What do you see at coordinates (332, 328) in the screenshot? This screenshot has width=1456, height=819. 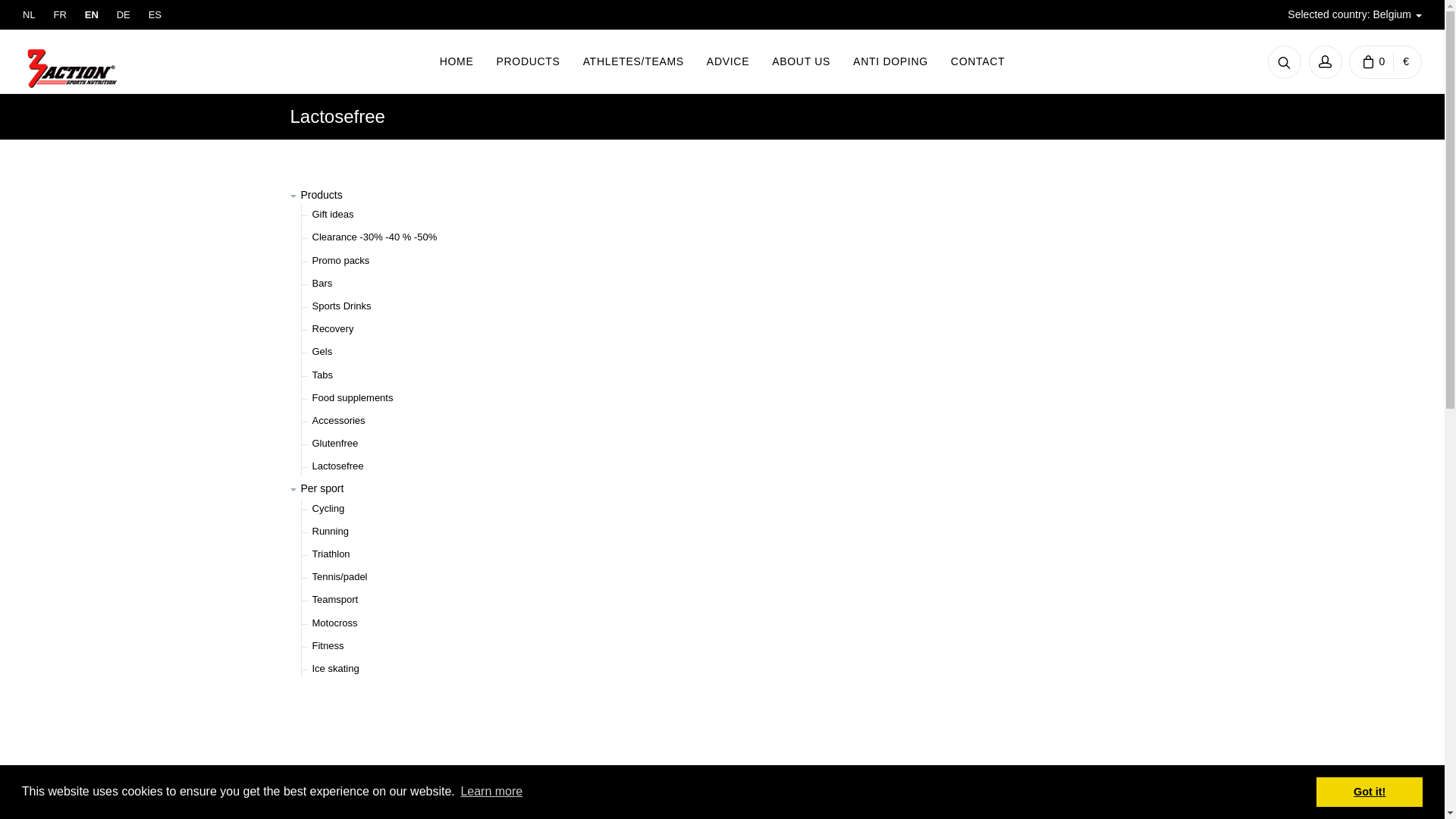 I see `'Recovery'` at bounding box center [332, 328].